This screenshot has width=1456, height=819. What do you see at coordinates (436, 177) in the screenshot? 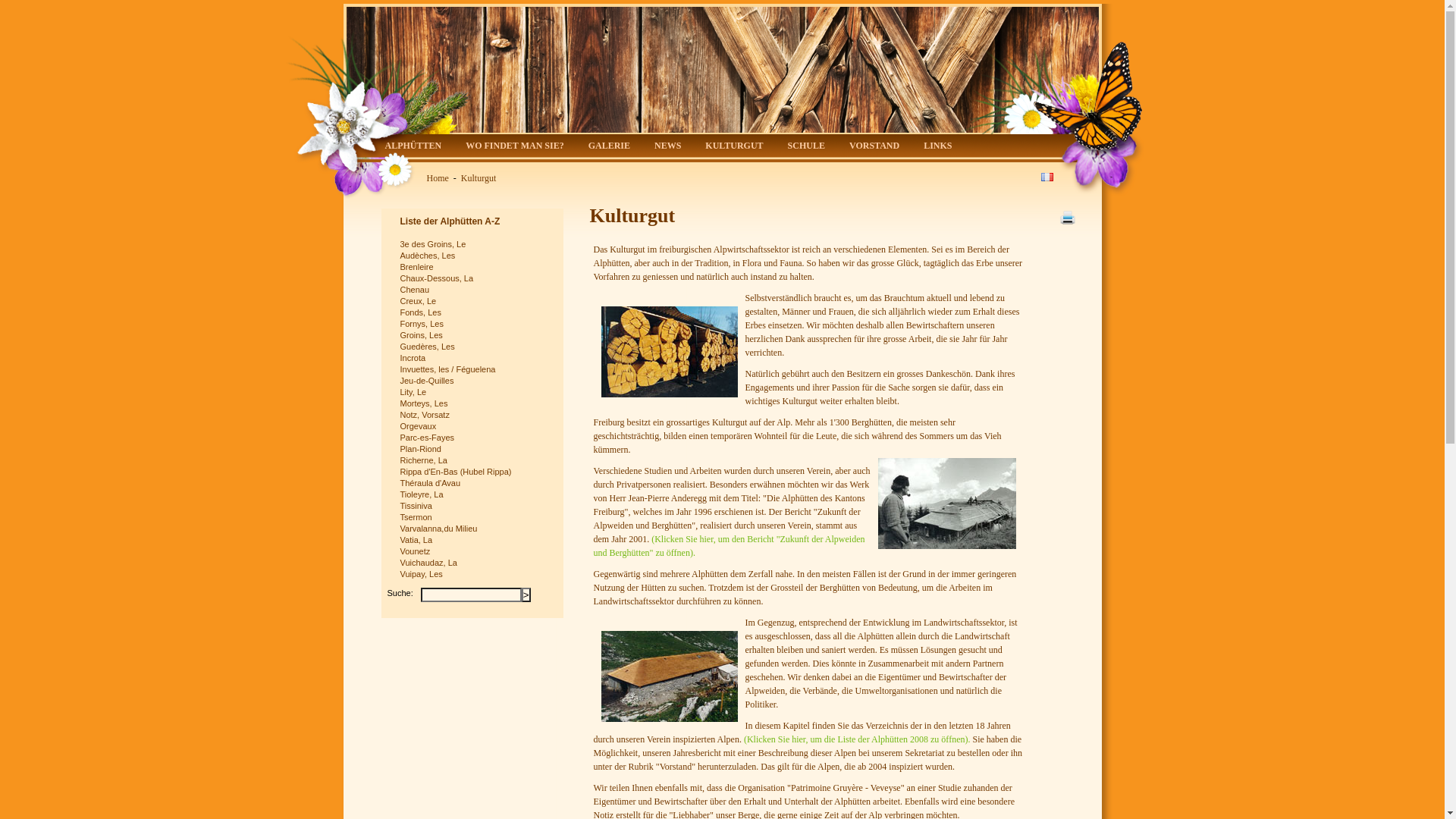
I see `'Home'` at bounding box center [436, 177].